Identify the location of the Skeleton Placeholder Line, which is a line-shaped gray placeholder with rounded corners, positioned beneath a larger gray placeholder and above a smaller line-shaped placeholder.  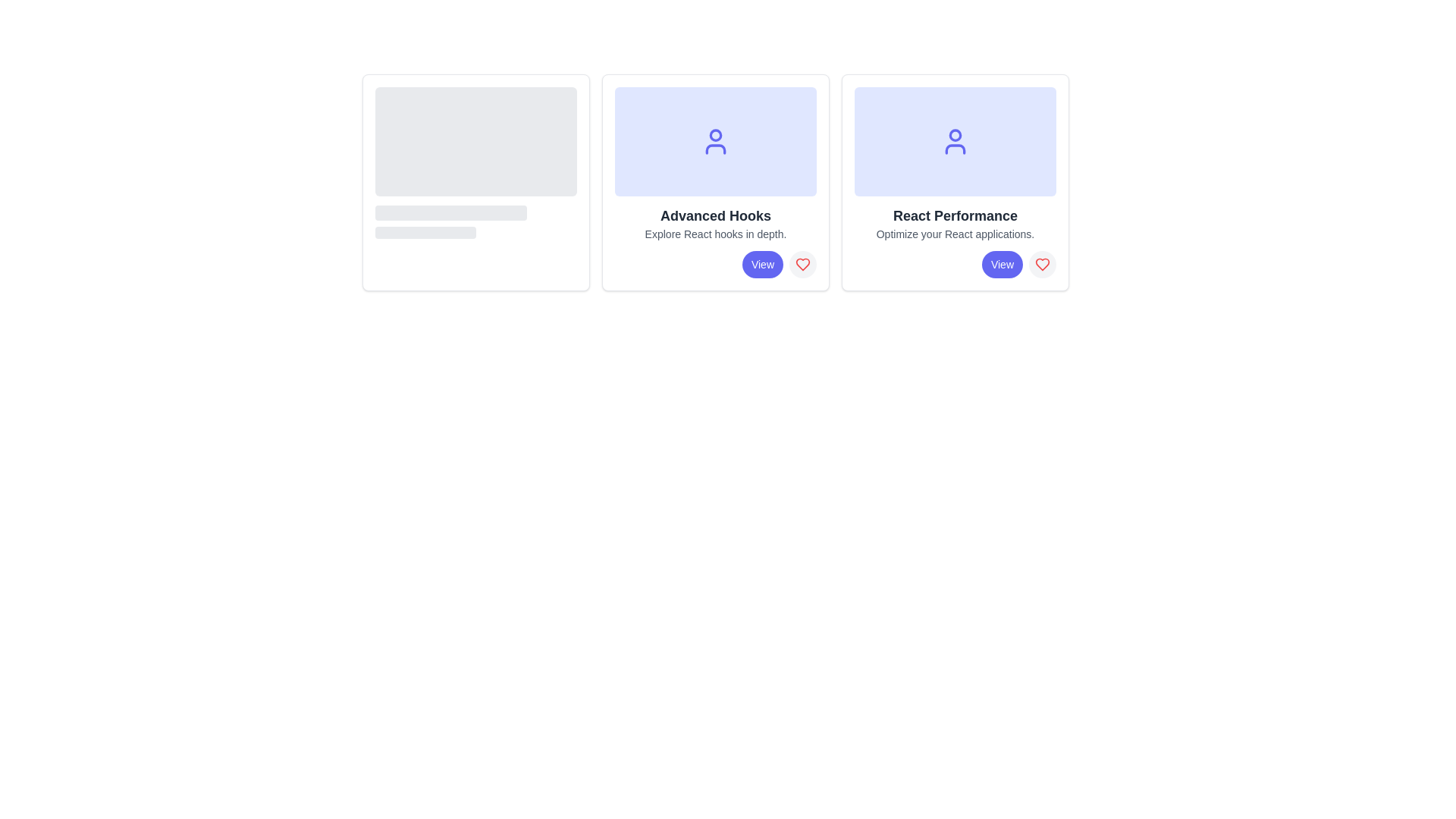
(450, 213).